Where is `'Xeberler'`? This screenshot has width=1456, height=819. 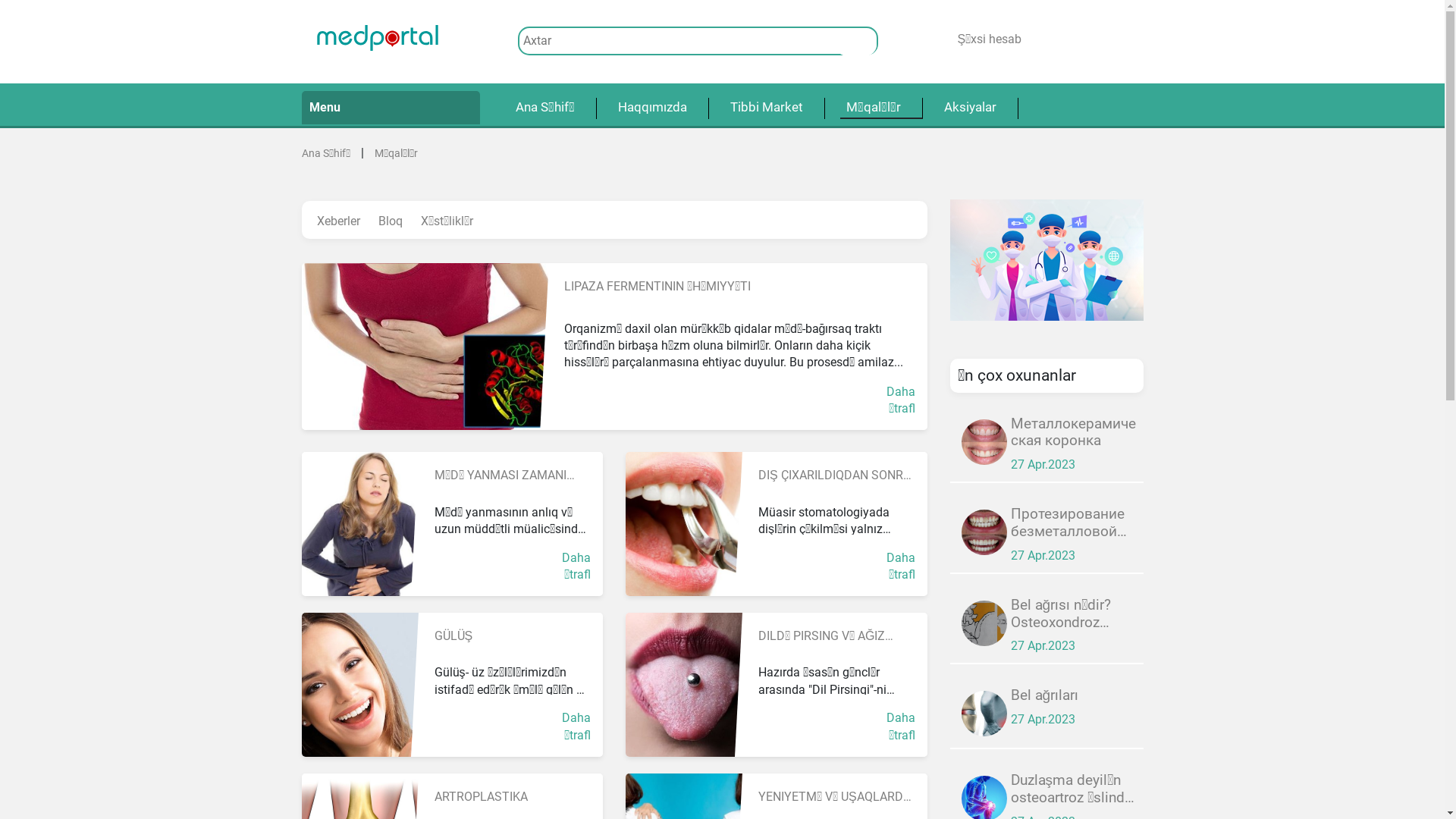
'Xeberler' is located at coordinates (309, 221).